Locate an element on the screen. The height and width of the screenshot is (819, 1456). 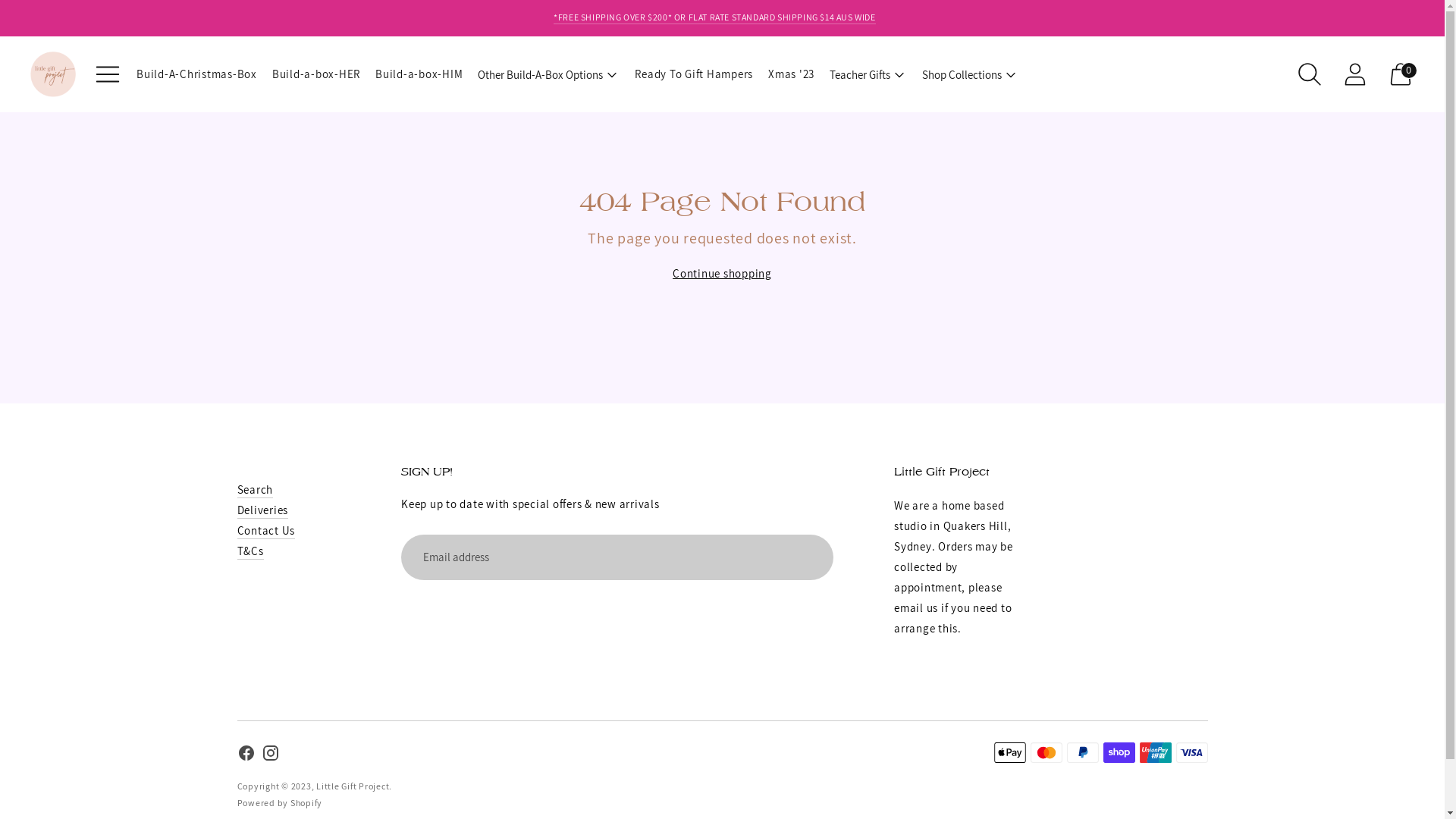
'Teacher Gifts' is located at coordinates (868, 74).